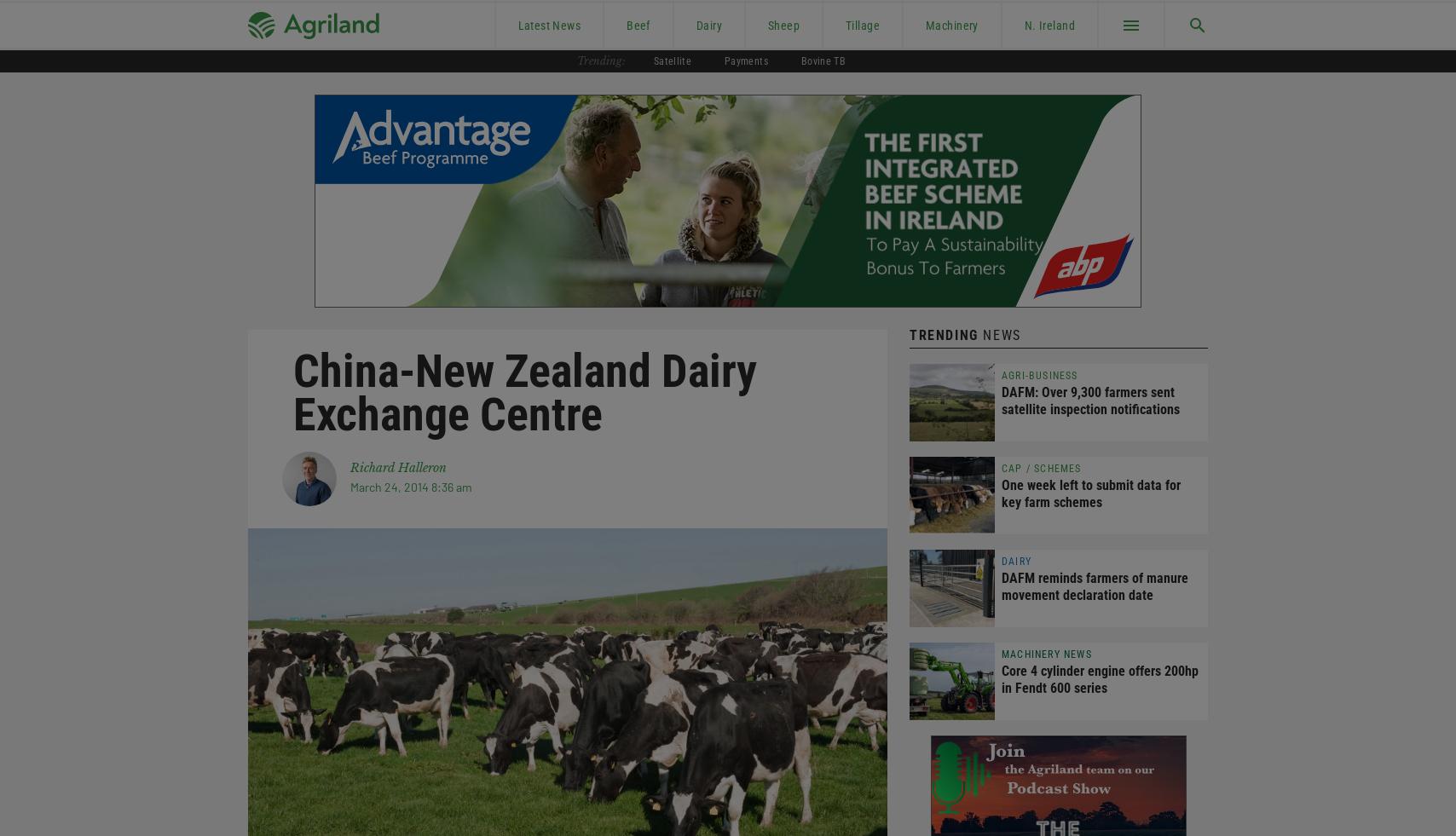 The image size is (1456, 836). Describe the element at coordinates (576, 60) in the screenshot. I see `'Trending:'` at that location.